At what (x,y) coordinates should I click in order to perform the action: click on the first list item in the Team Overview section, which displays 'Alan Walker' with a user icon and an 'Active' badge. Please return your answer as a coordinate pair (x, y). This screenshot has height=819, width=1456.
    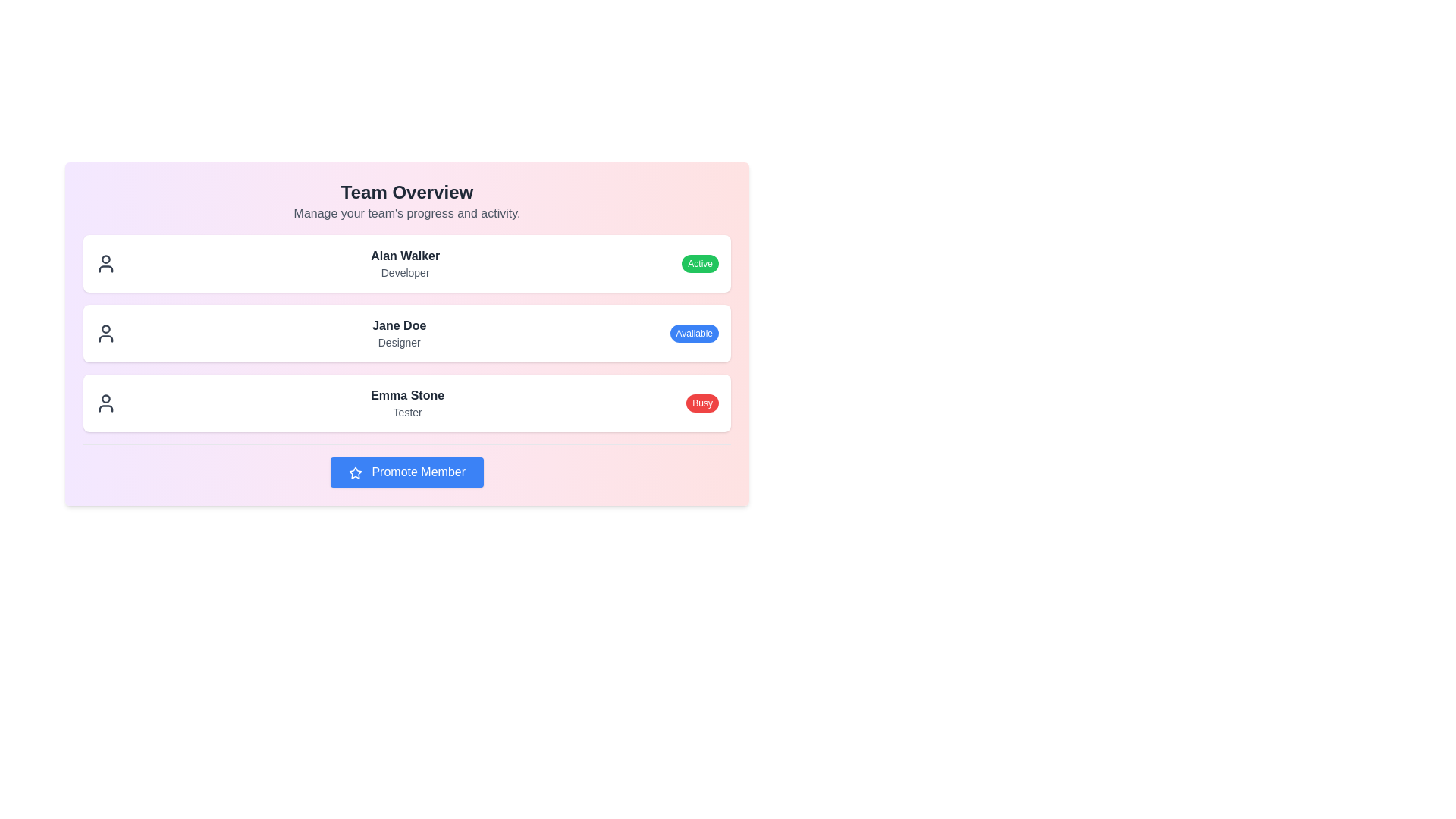
    Looking at the image, I should click on (407, 262).